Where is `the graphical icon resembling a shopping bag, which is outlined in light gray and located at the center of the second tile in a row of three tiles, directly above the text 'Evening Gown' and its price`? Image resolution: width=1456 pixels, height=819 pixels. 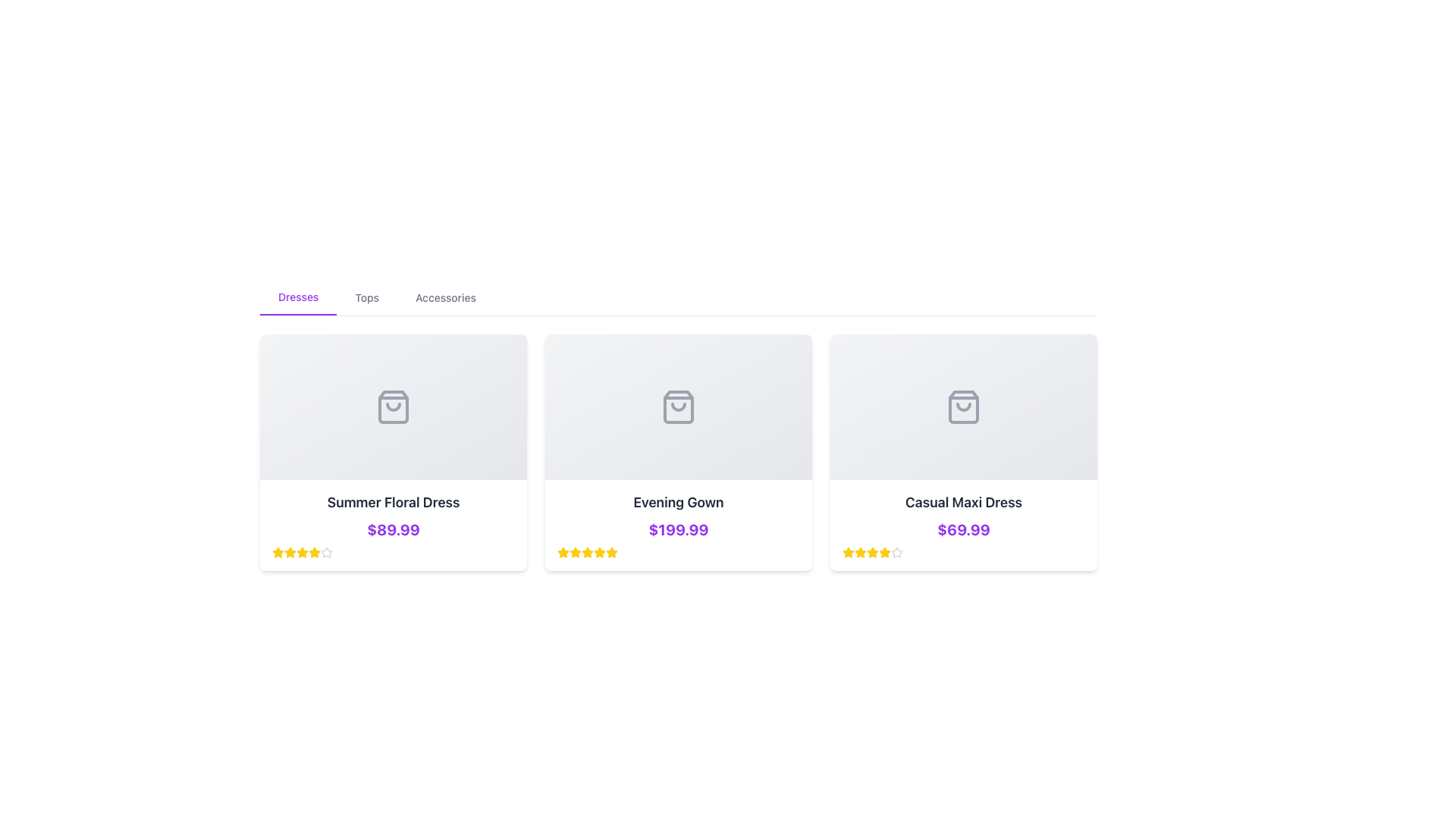 the graphical icon resembling a shopping bag, which is outlined in light gray and located at the center of the second tile in a row of three tiles, directly above the text 'Evening Gown' and its price is located at coordinates (677, 406).